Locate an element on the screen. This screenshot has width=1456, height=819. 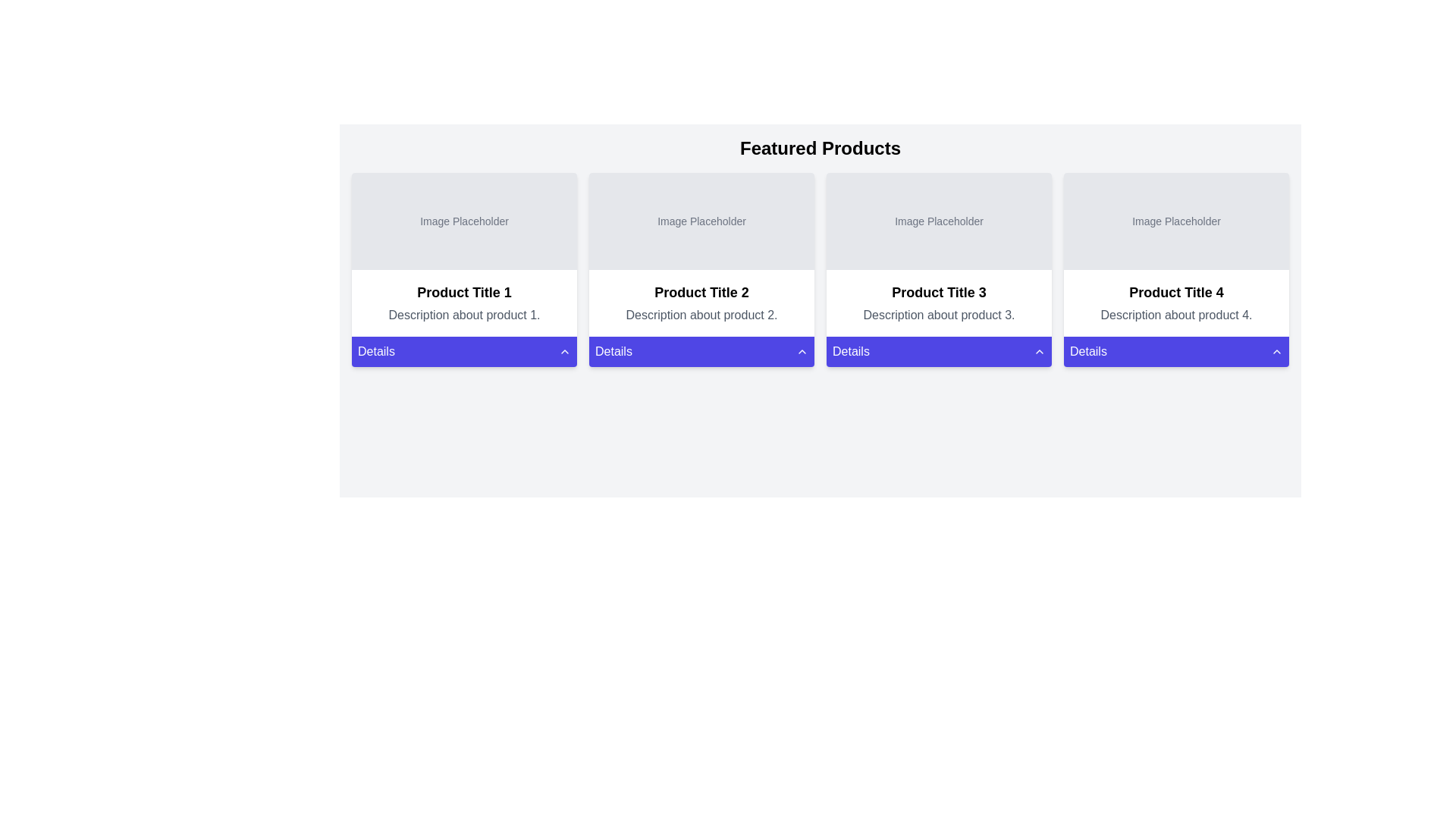
the rectangular button with a bold blue background and white text reading 'Details', located at the bottom of the card for 'Product Title 3' is located at coordinates (938, 351).